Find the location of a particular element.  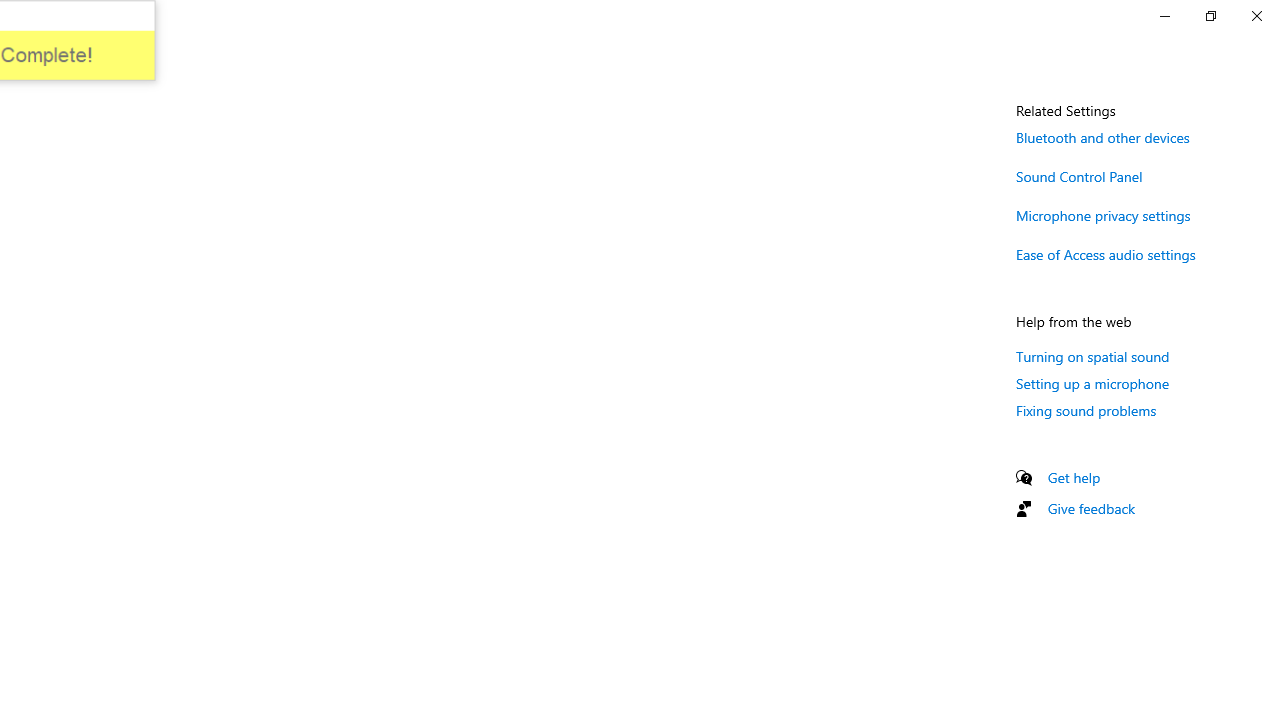

'Ease of Access audio settings' is located at coordinates (1104, 253).